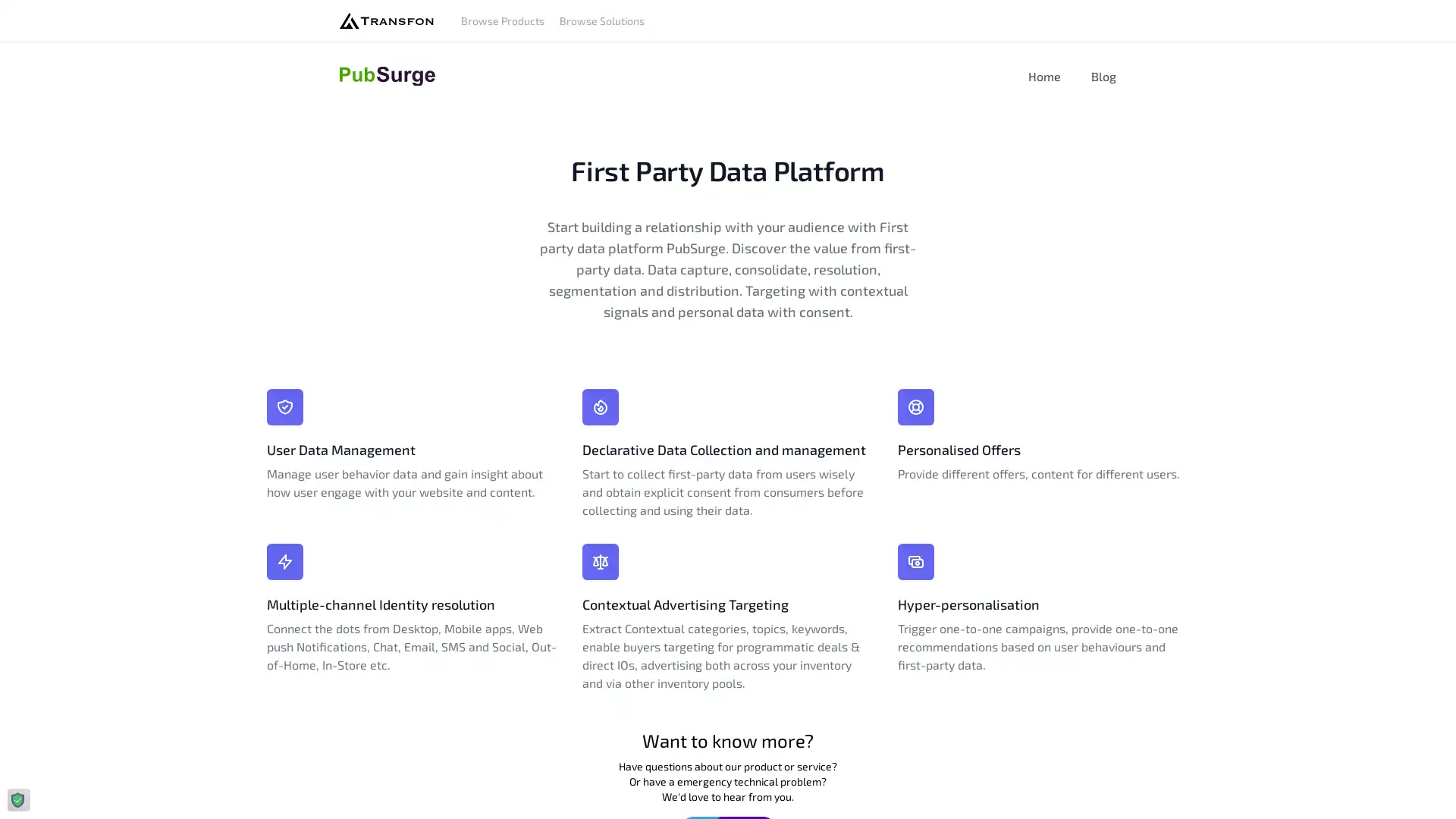 This screenshot has height=819, width=1456. Describe the element at coordinates (102, 791) in the screenshot. I see `Do Not Sell My Data` at that location.